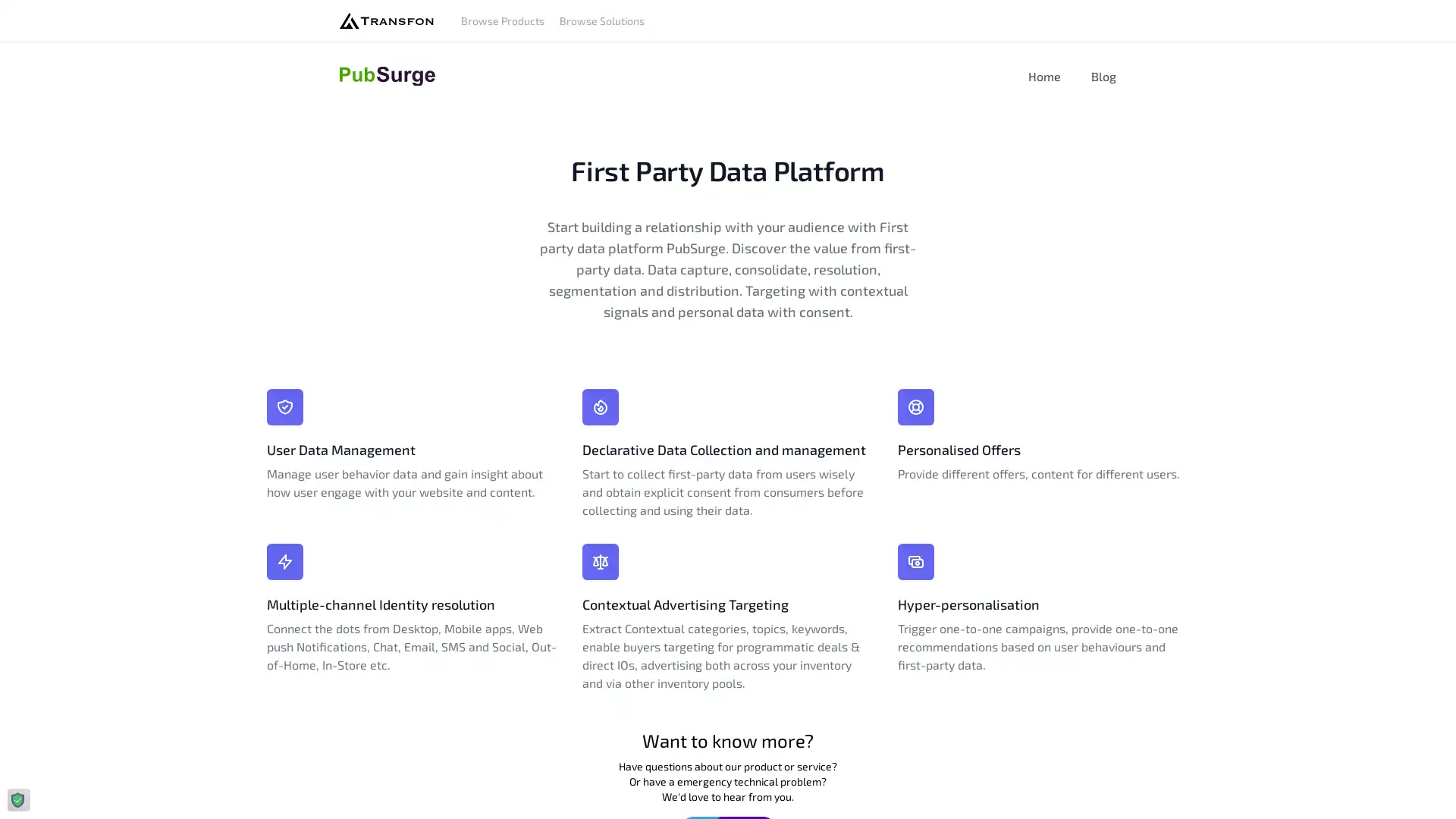 This screenshot has height=819, width=1456. Describe the element at coordinates (102, 791) in the screenshot. I see `Do Not Sell My Data` at that location.